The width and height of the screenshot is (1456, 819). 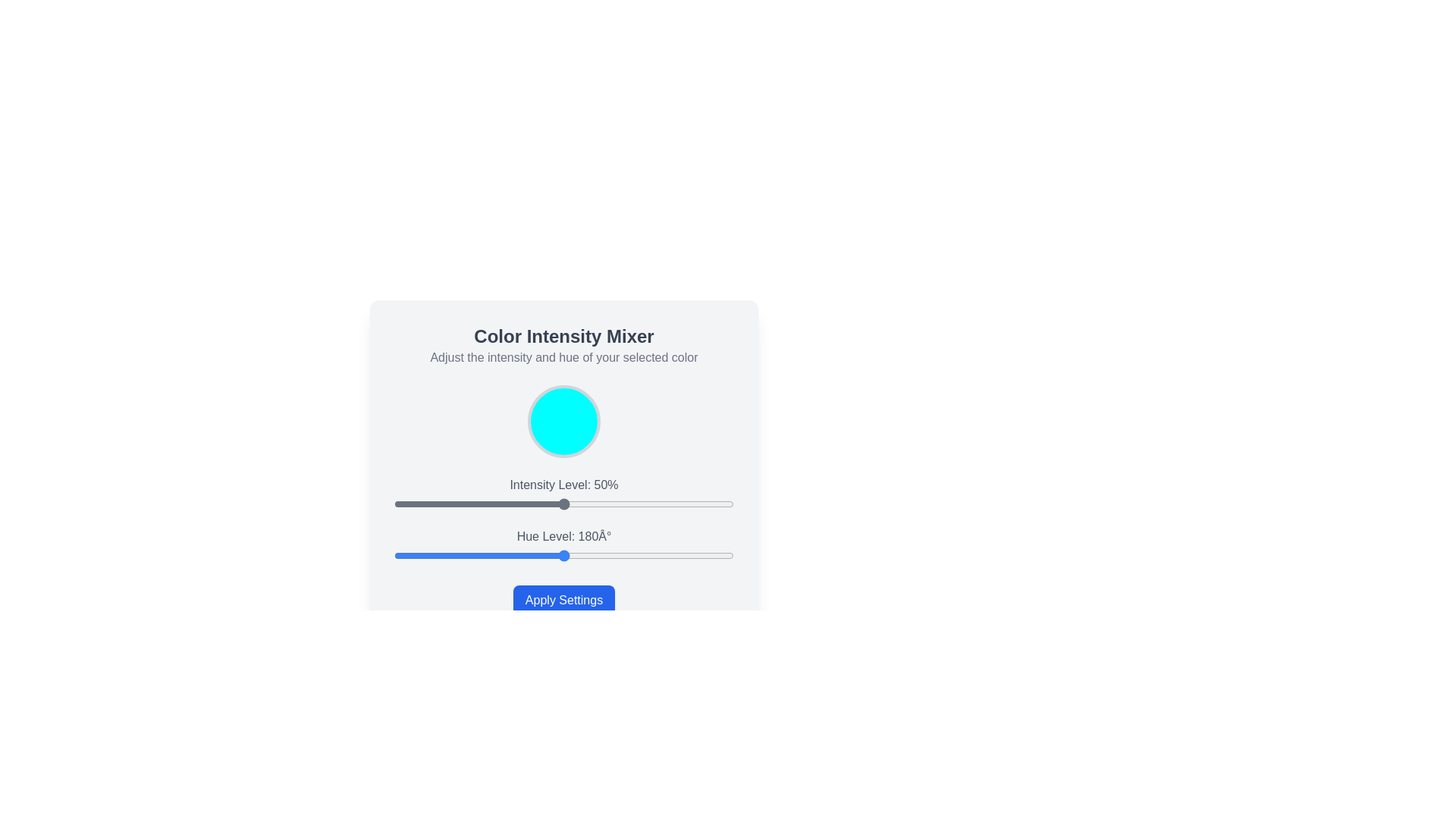 I want to click on the intensity level slider to 70%, so click(x=632, y=504).